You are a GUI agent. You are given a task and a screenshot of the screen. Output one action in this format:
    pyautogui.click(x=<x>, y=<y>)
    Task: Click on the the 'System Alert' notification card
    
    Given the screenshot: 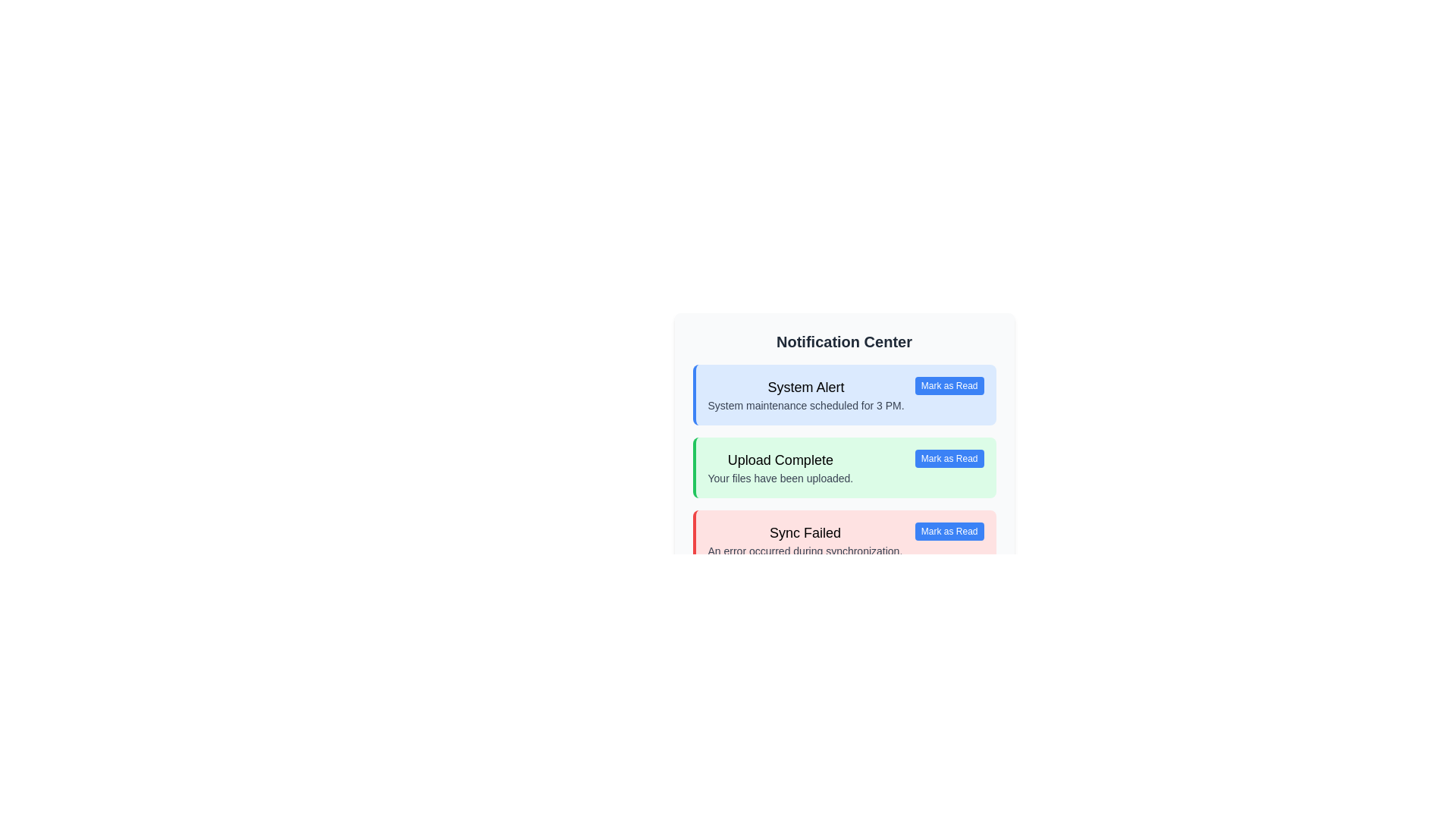 What is the action you would take?
    pyautogui.click(x=843, y=394)
    